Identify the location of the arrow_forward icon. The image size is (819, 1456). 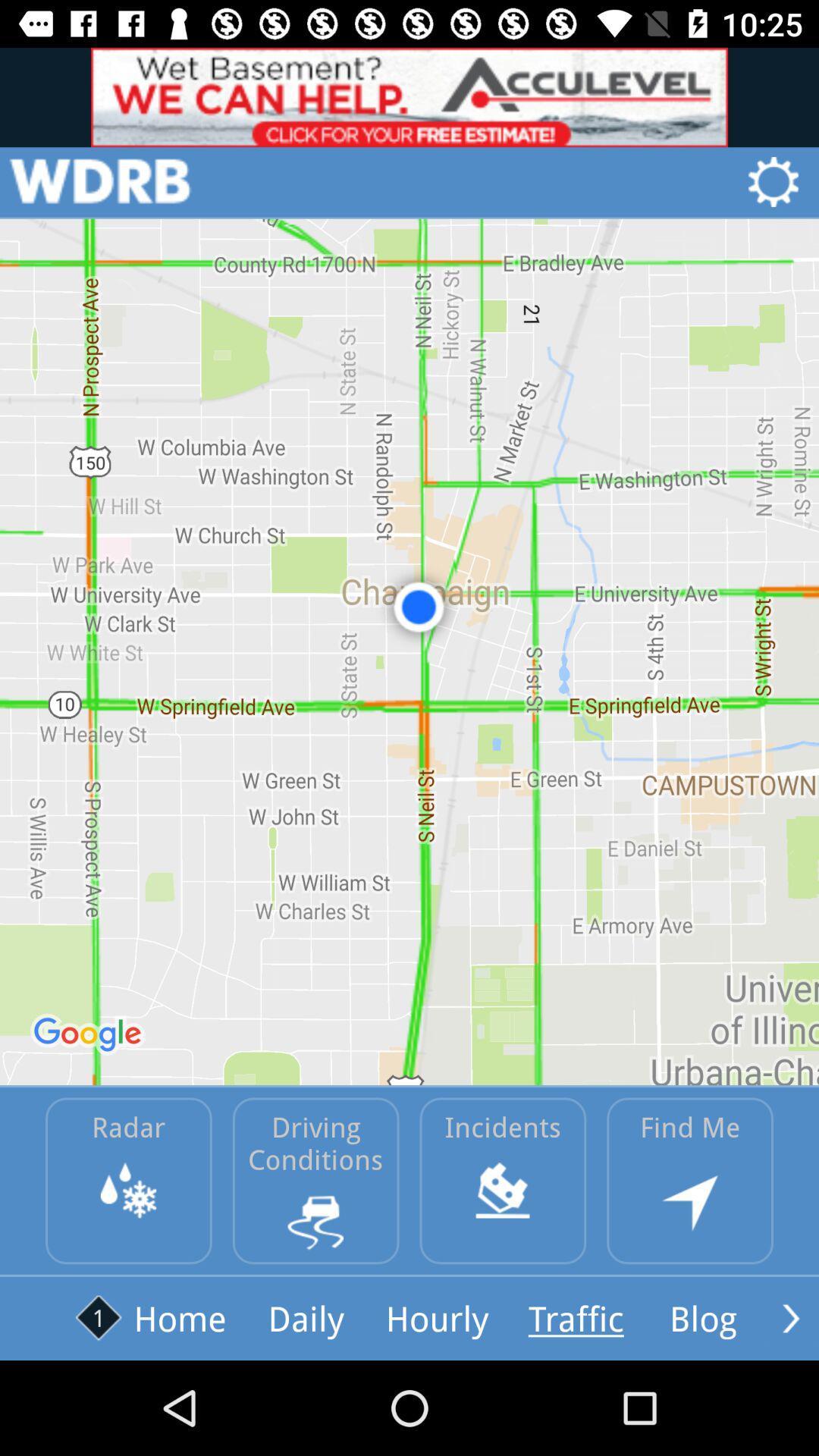
(790, 1317).